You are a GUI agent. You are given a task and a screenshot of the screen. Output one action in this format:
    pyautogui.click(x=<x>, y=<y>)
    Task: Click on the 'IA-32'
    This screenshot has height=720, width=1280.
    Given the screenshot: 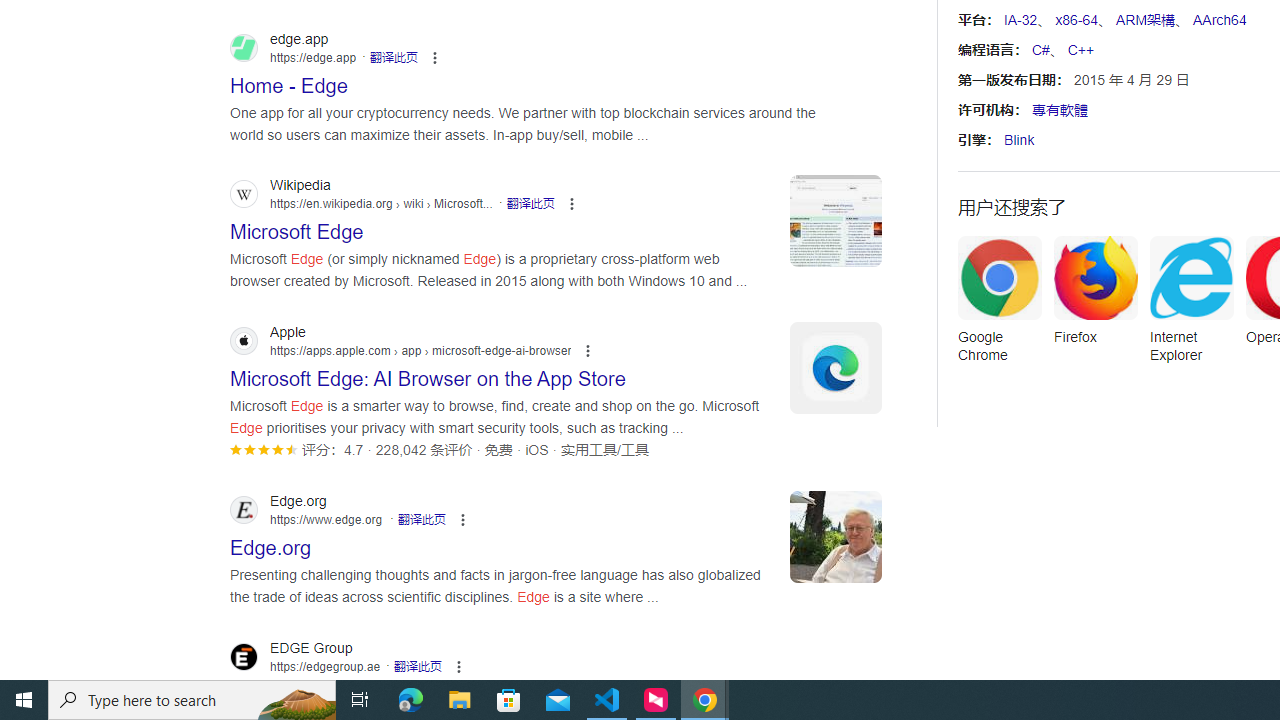 What is the action you would take?
    pyautogui.click(x=1020, y=20)
    